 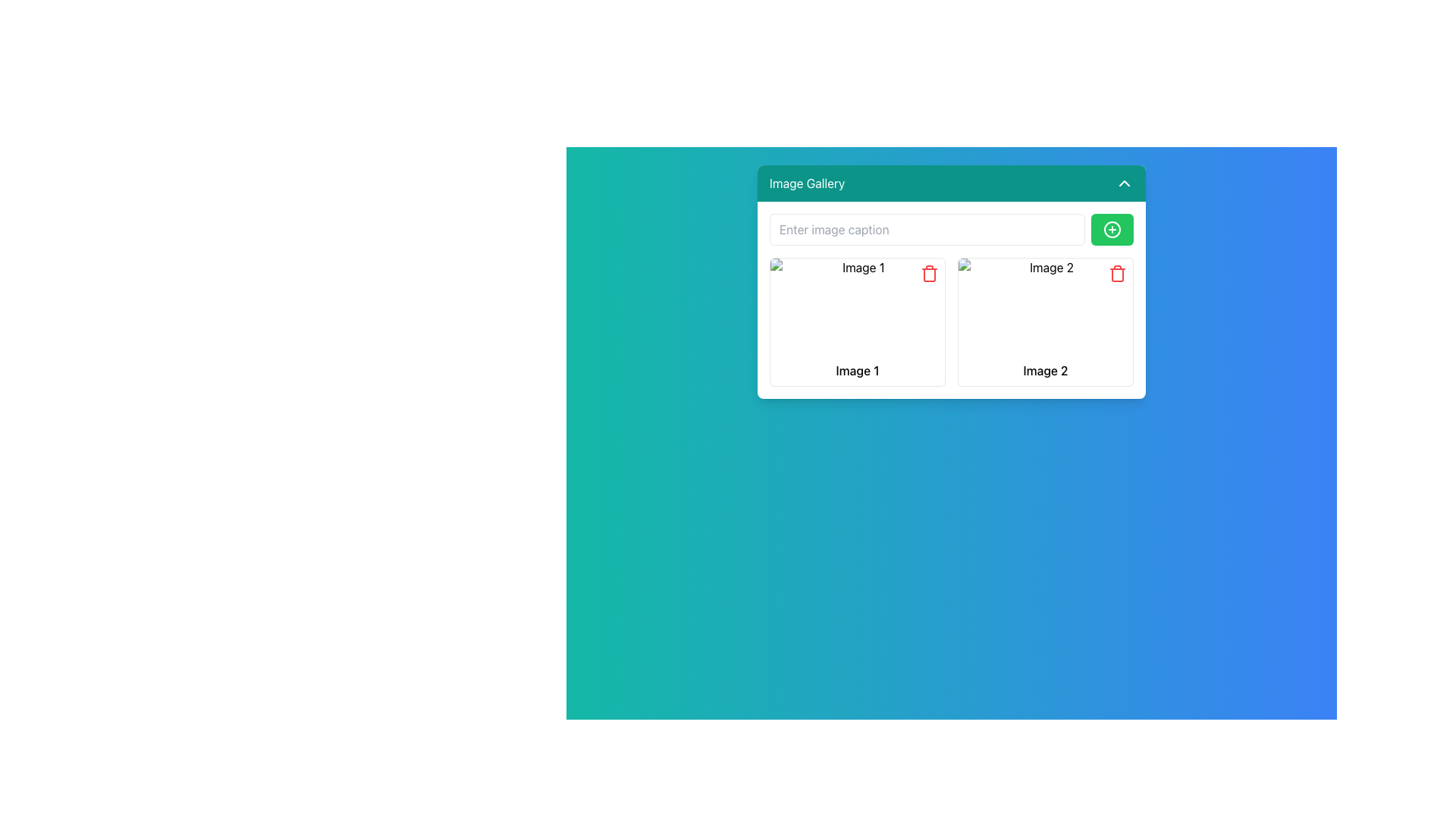 What do you see at coordinates (1044, 371) in the screenshot?
I see `the 'Image 2' text label displayed below the image thumbnail to highlight it` at bounding box center [1044, 371].